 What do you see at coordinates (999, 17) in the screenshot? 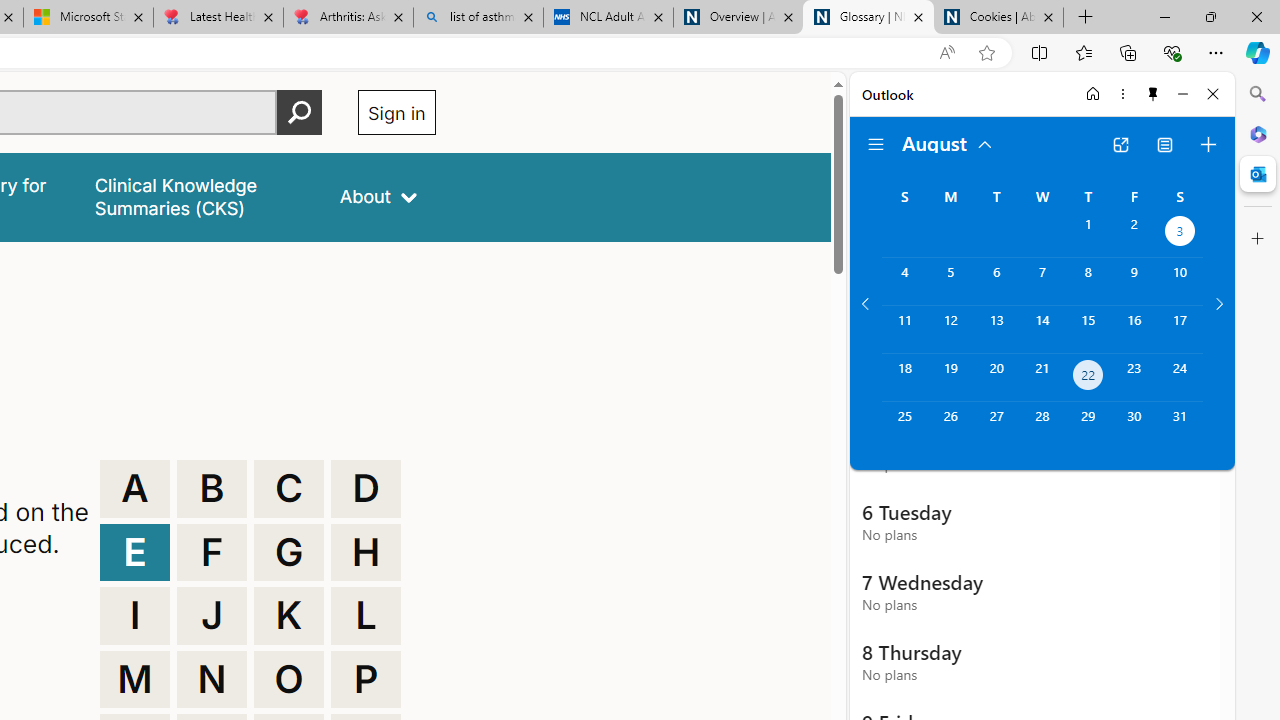
I see `'Cookies | About | NICE'` at bounding box center [999, 17].